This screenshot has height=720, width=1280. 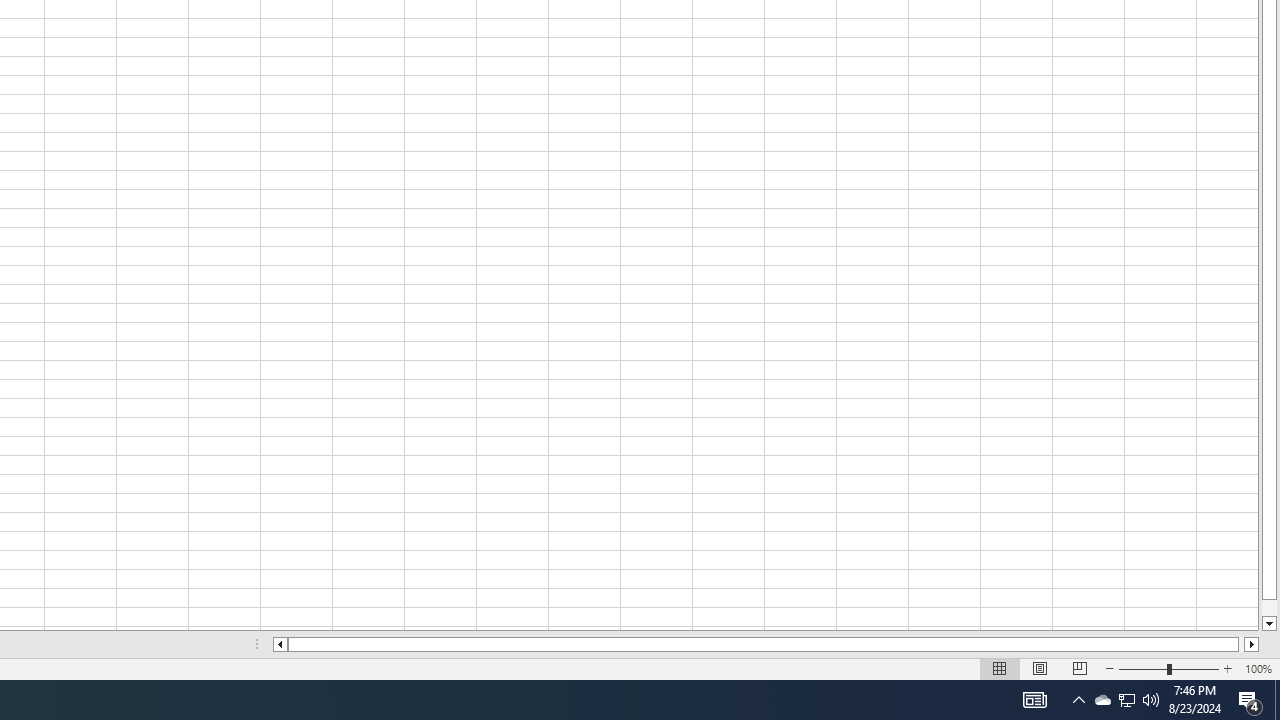 I want to click on 'Zoom Out', so click(x=1143, y=669).